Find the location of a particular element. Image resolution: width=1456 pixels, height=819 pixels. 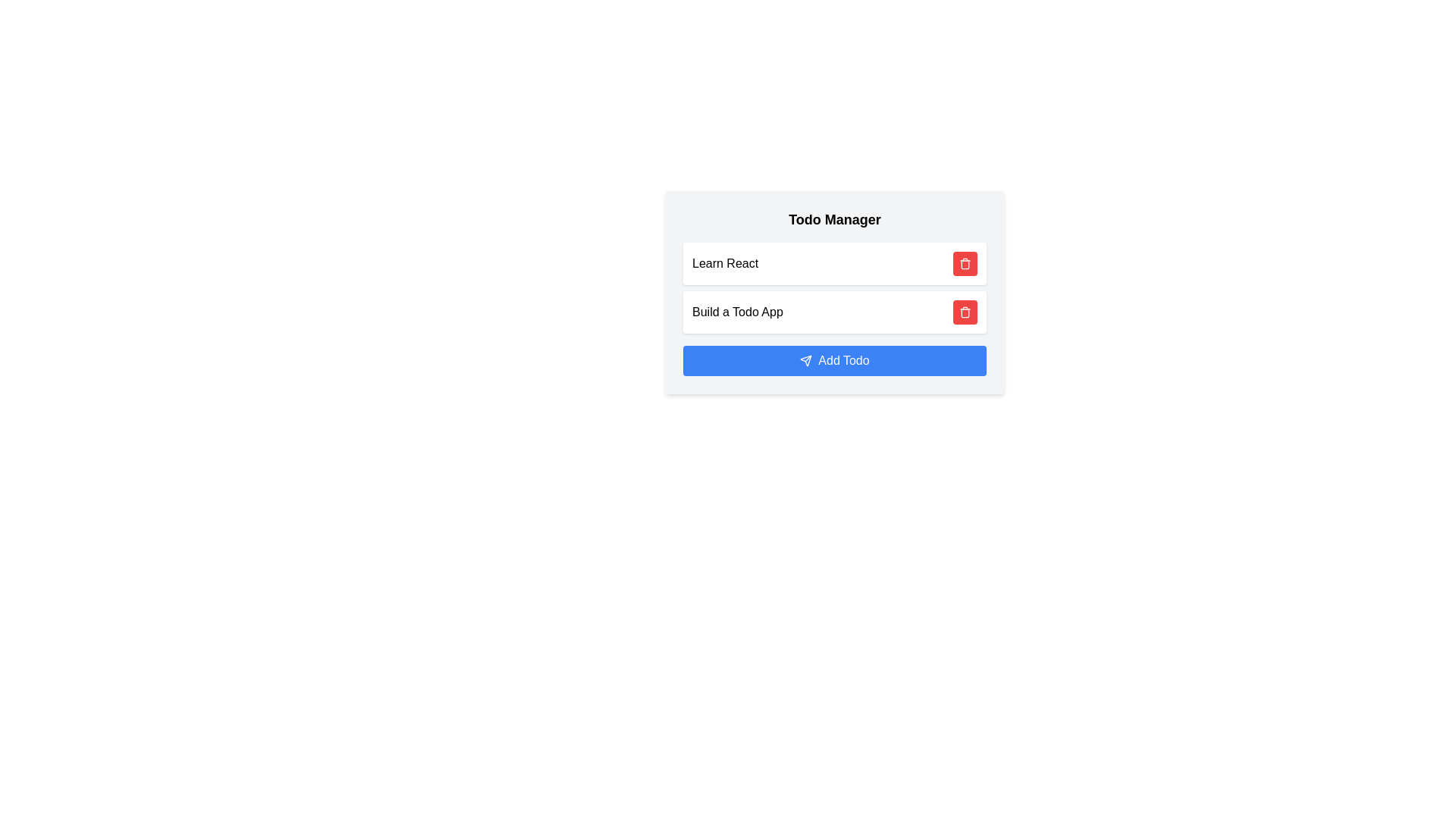

inline text label indicating the action performed when the 'Add Todo' button is clicked, which is located centered below the task list section is located at coordinates (843, 360).